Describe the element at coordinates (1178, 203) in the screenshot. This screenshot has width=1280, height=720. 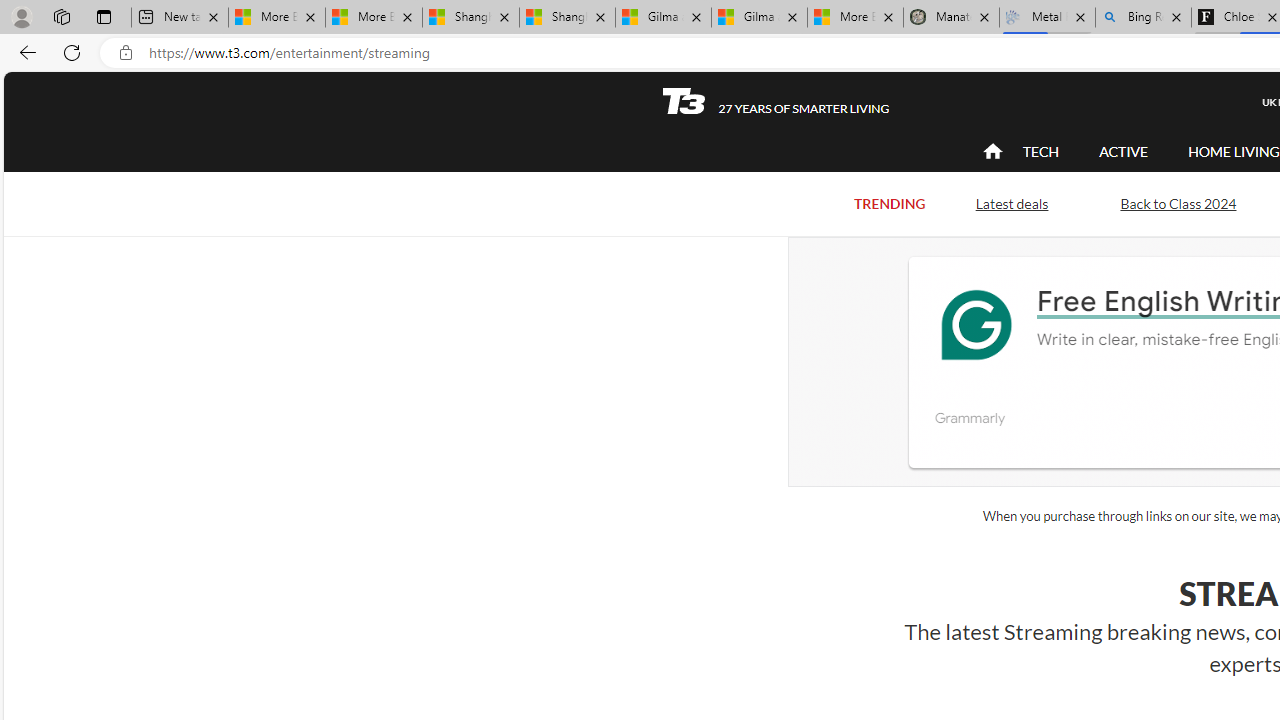
I see `'Back to Class 2024'` at that location.